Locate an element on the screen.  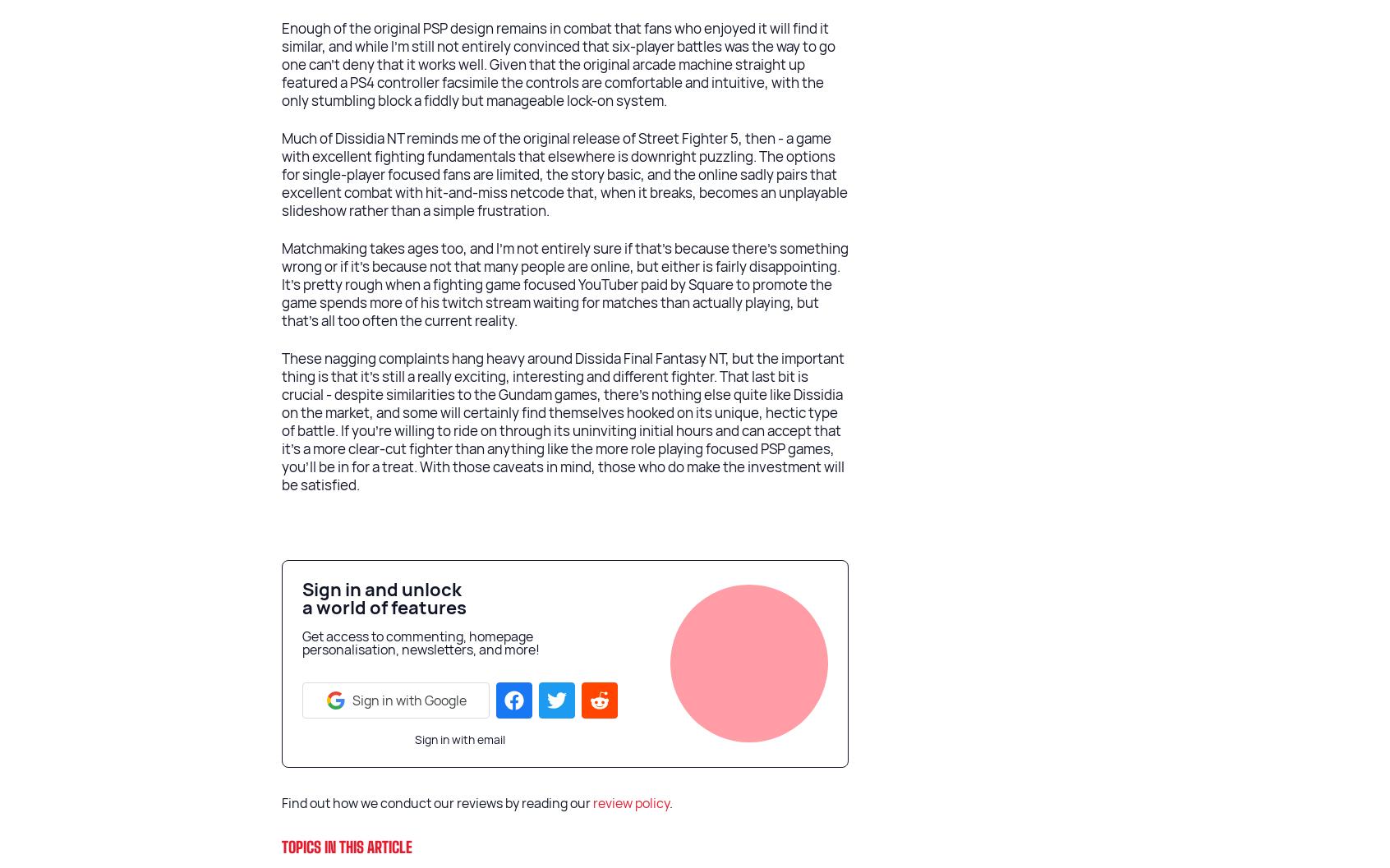
'Find out how we conduct our reviews by reading our' is located at coordinates (437, 803).